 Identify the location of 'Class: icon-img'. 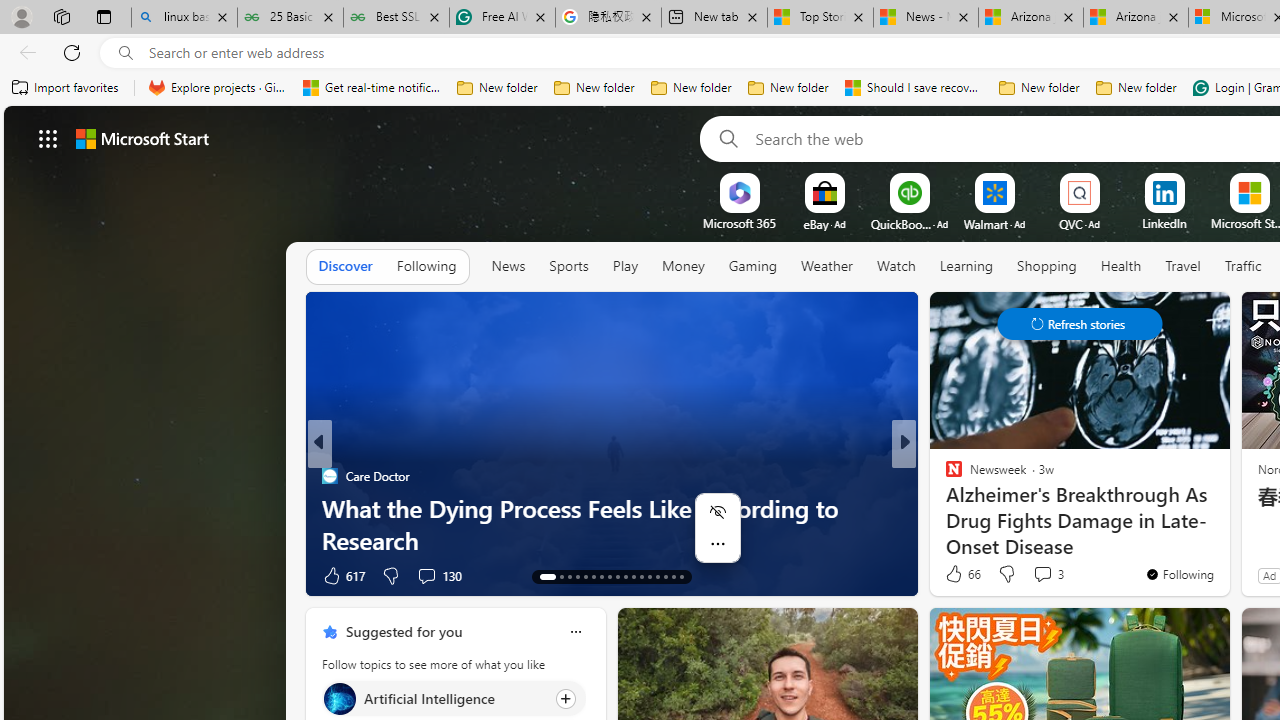
(574, 632).